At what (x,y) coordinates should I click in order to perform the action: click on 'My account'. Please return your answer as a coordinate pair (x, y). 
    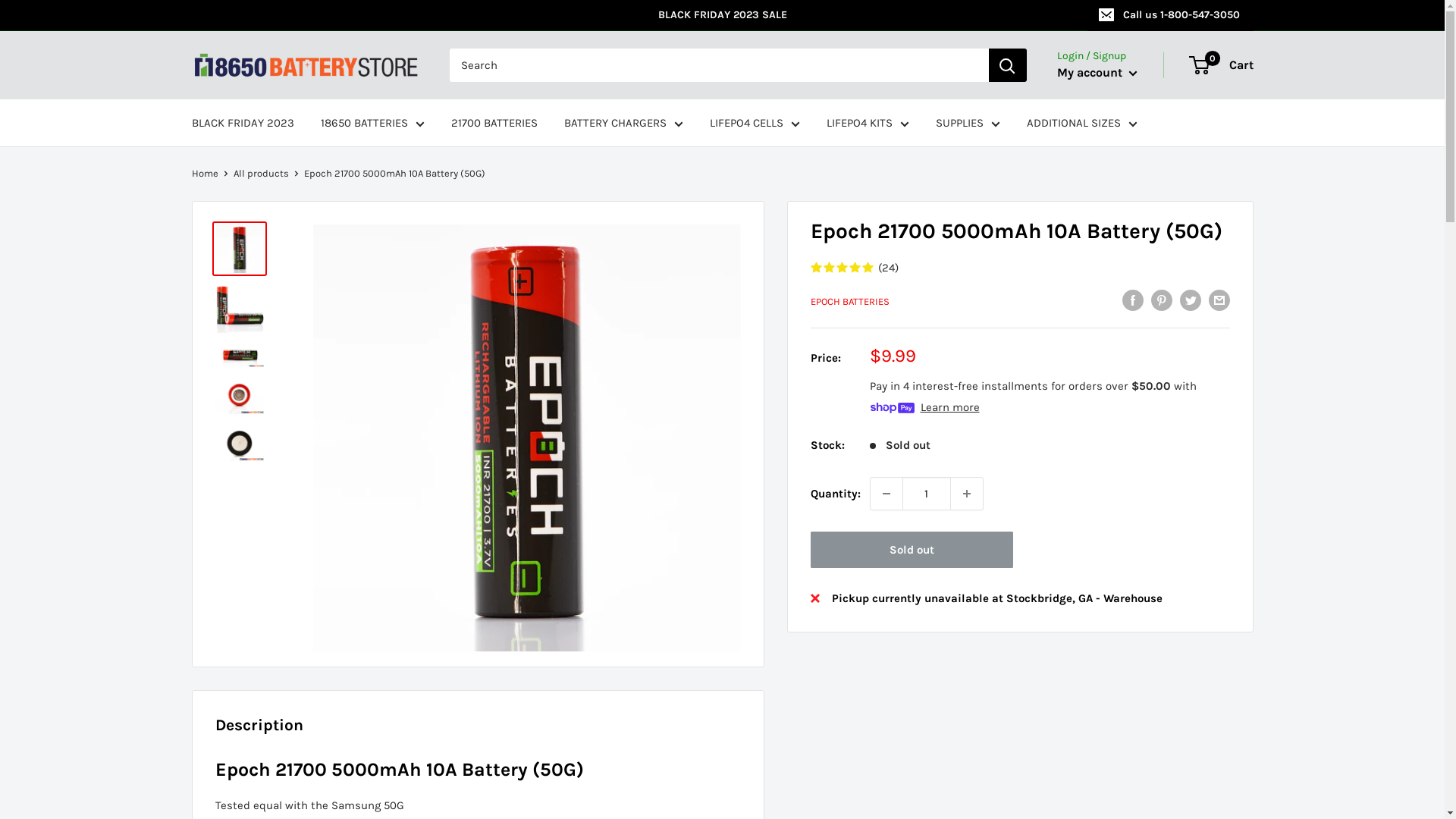
    Looking at the image, I should click on (1097, 73).